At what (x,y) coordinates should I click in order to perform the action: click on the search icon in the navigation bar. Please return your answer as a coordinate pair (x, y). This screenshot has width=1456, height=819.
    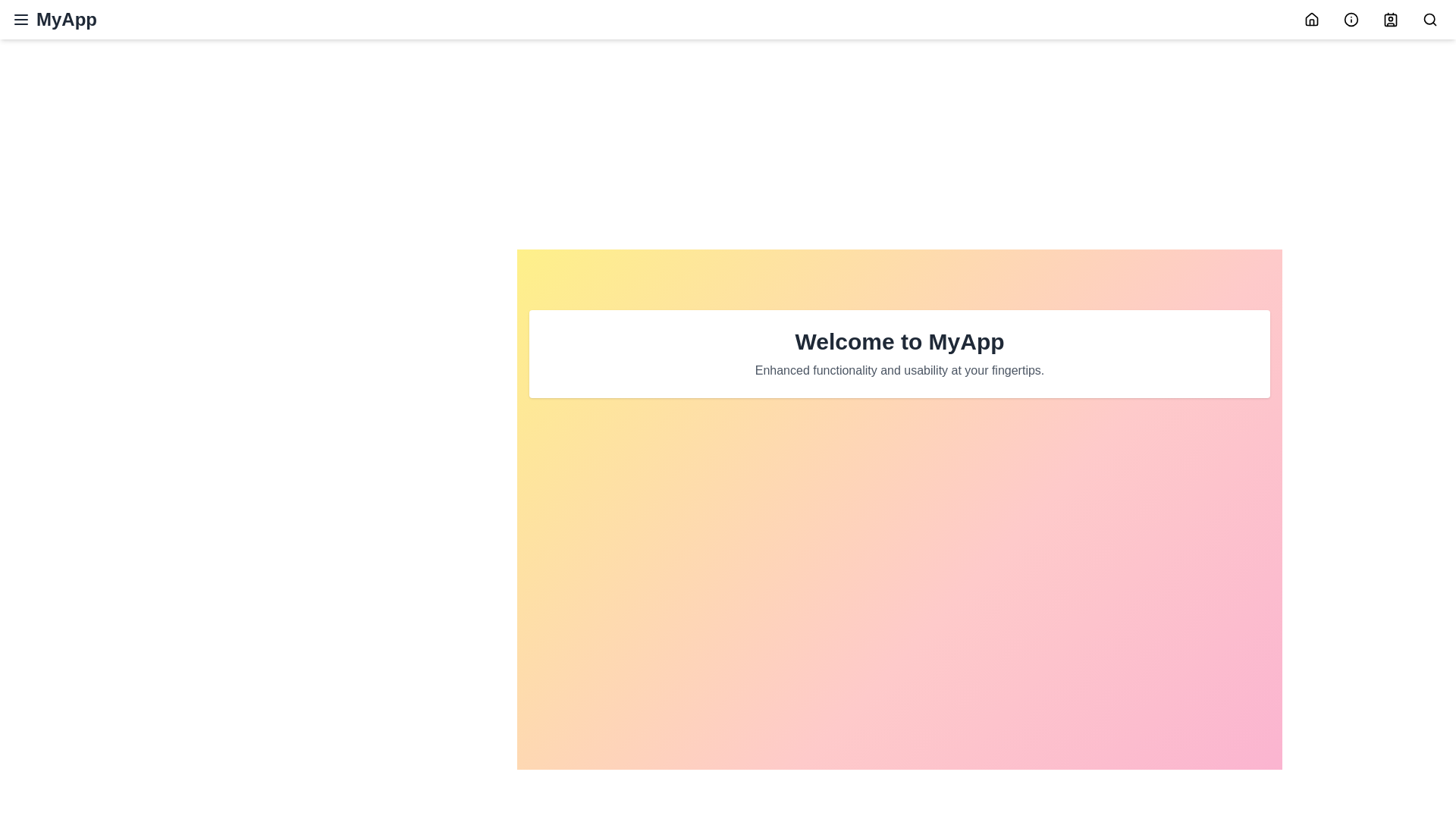
    Looking at the image, I should click on (1429, 20).